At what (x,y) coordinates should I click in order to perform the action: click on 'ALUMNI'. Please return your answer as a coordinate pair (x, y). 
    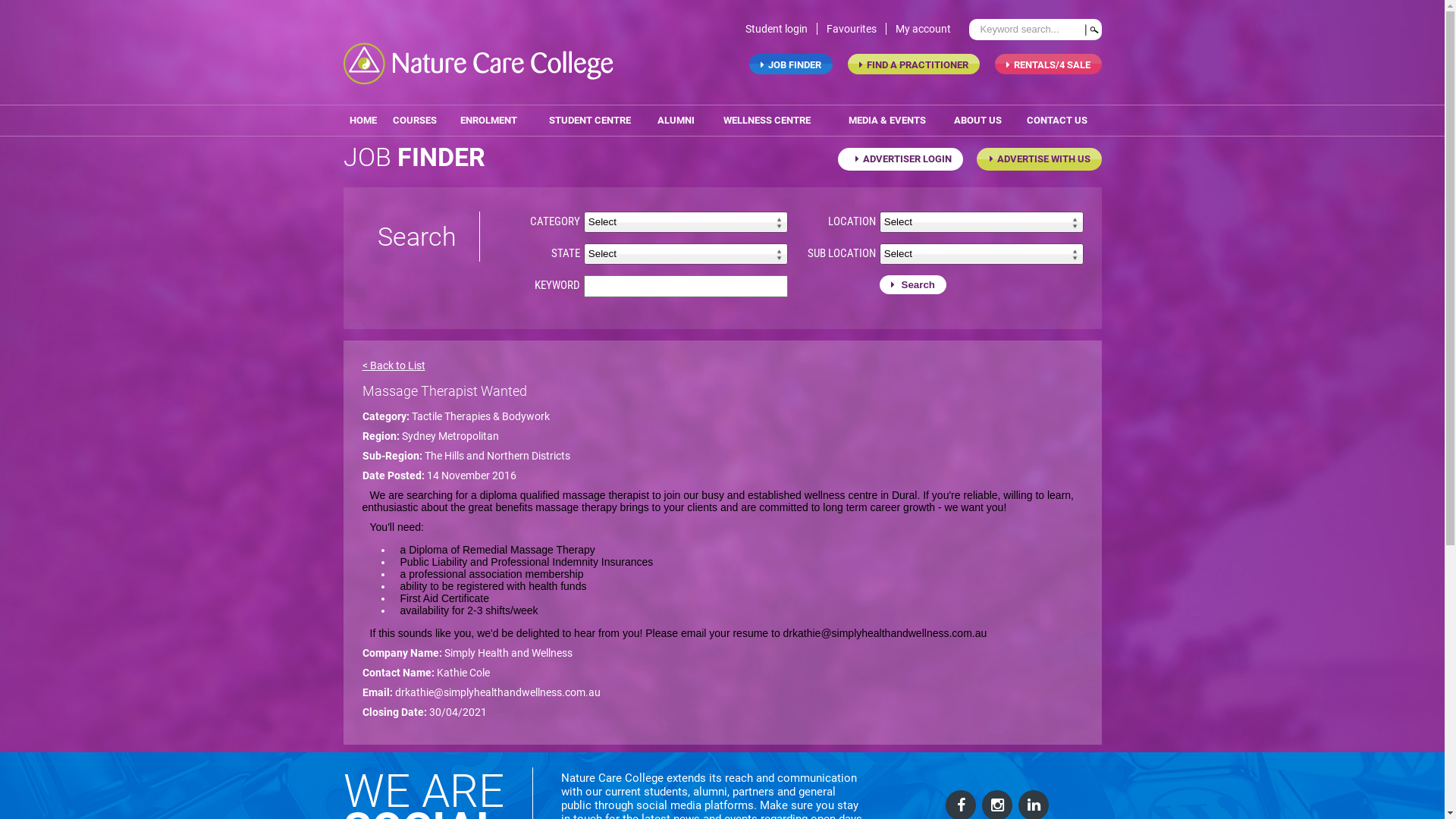
    Looking at the image, I should click on (648, 119).